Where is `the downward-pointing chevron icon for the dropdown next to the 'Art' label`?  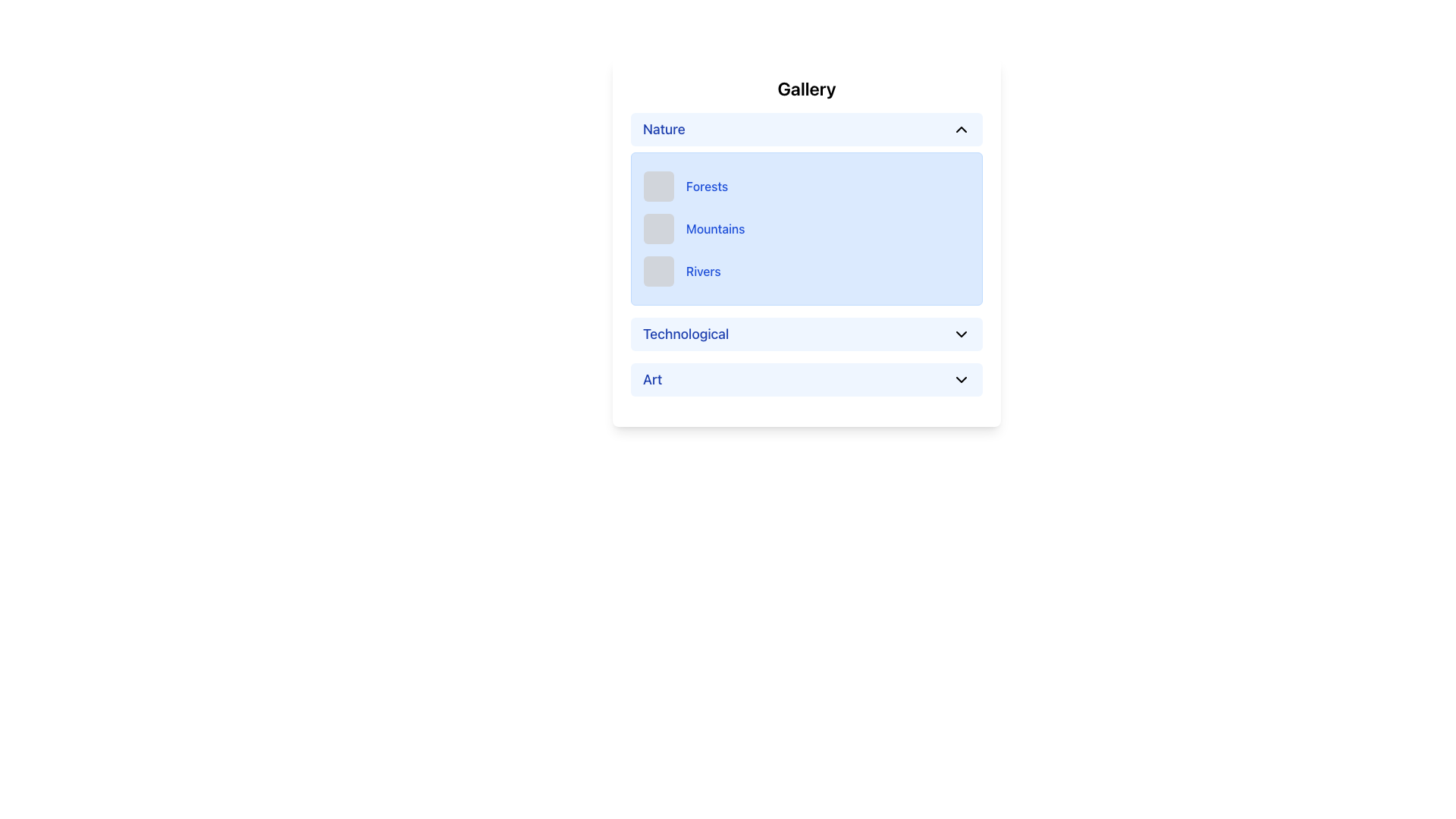 the downward-pointing chevron icon for the dropdown next to the 'Art' label is located at coordinates (960, 379).